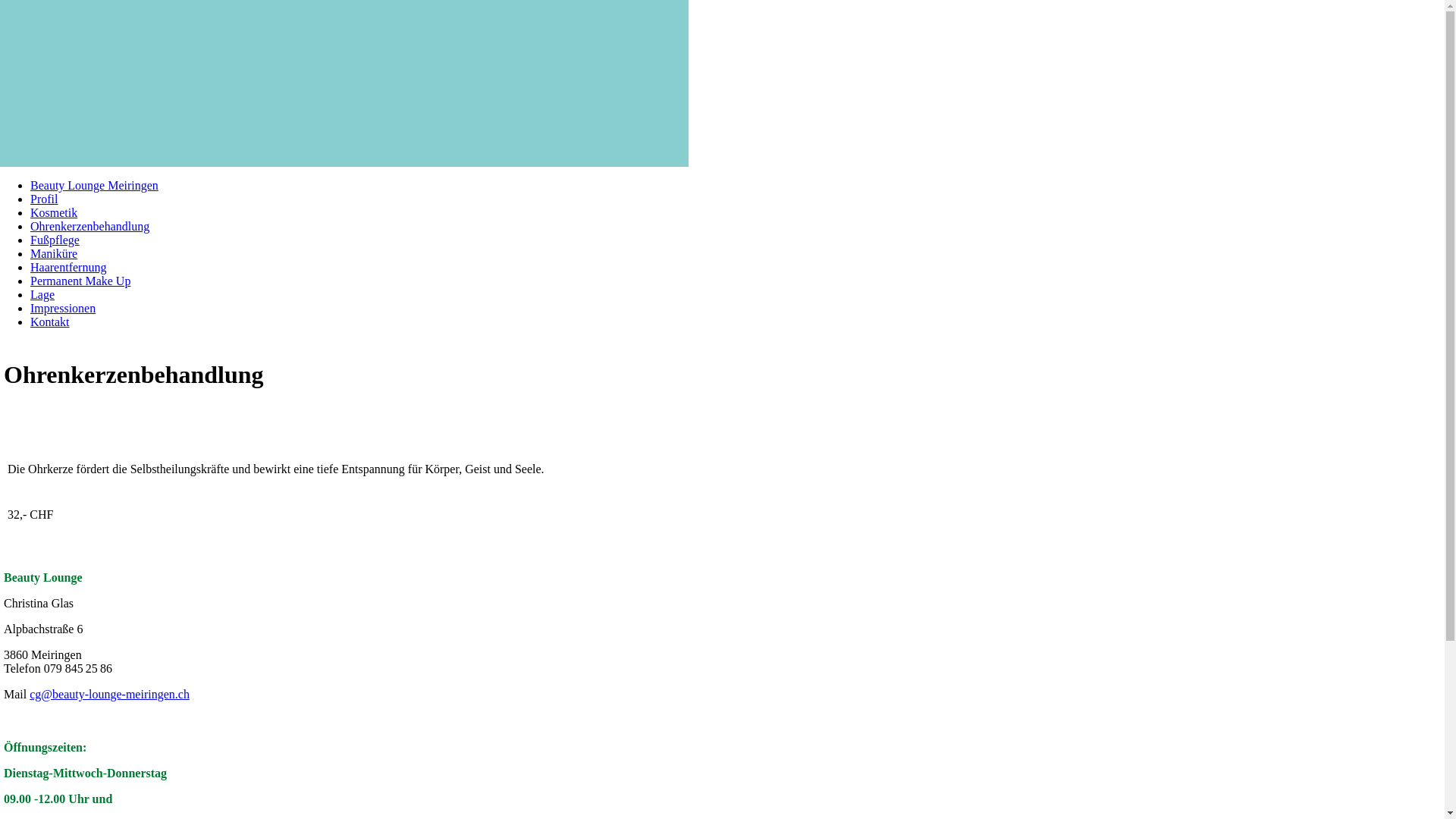  I want to click on 'Profil', so click(43, 198).